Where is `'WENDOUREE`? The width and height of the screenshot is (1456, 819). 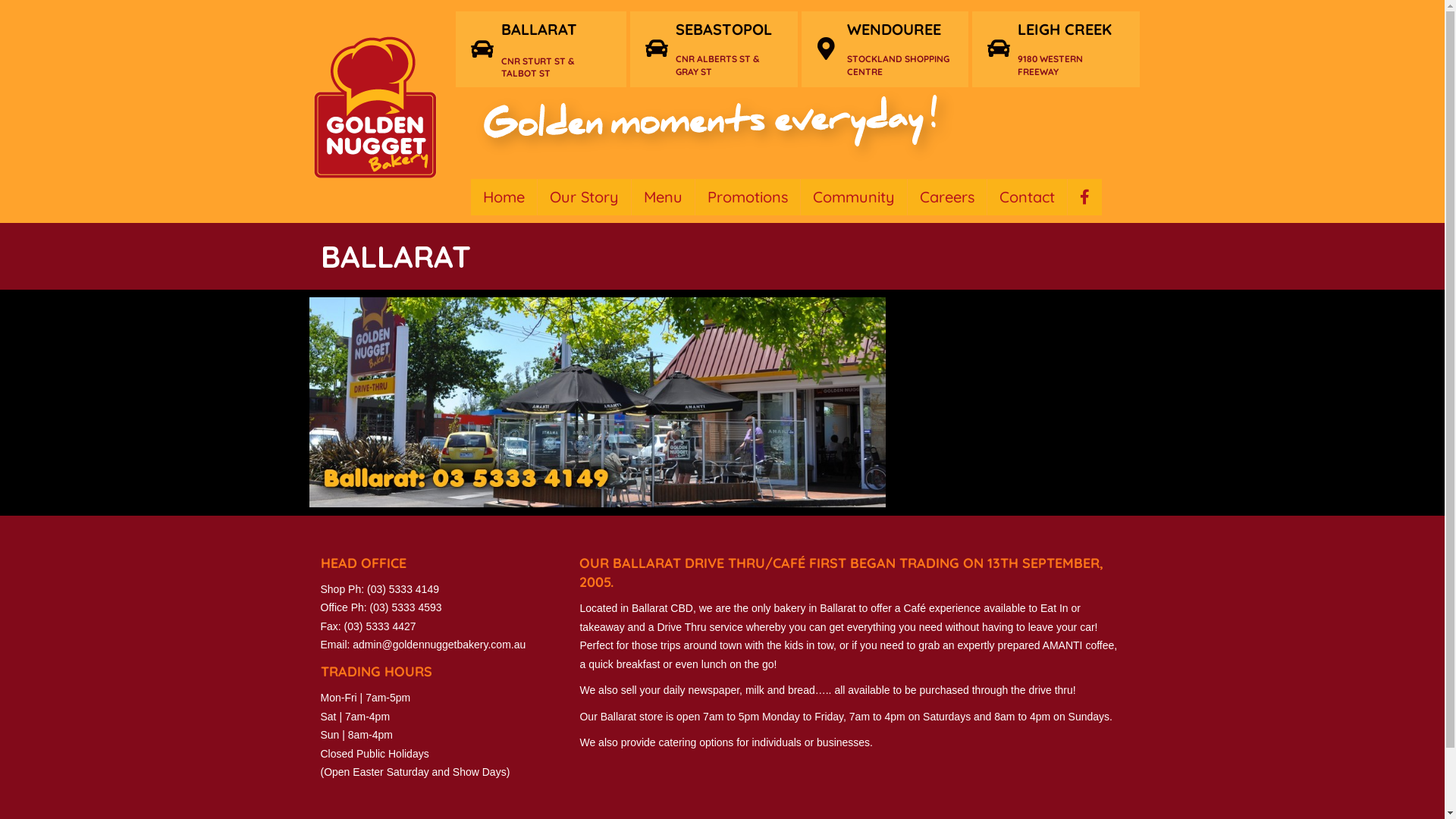 'WENDOUREE is located at coordinates (899, 48).